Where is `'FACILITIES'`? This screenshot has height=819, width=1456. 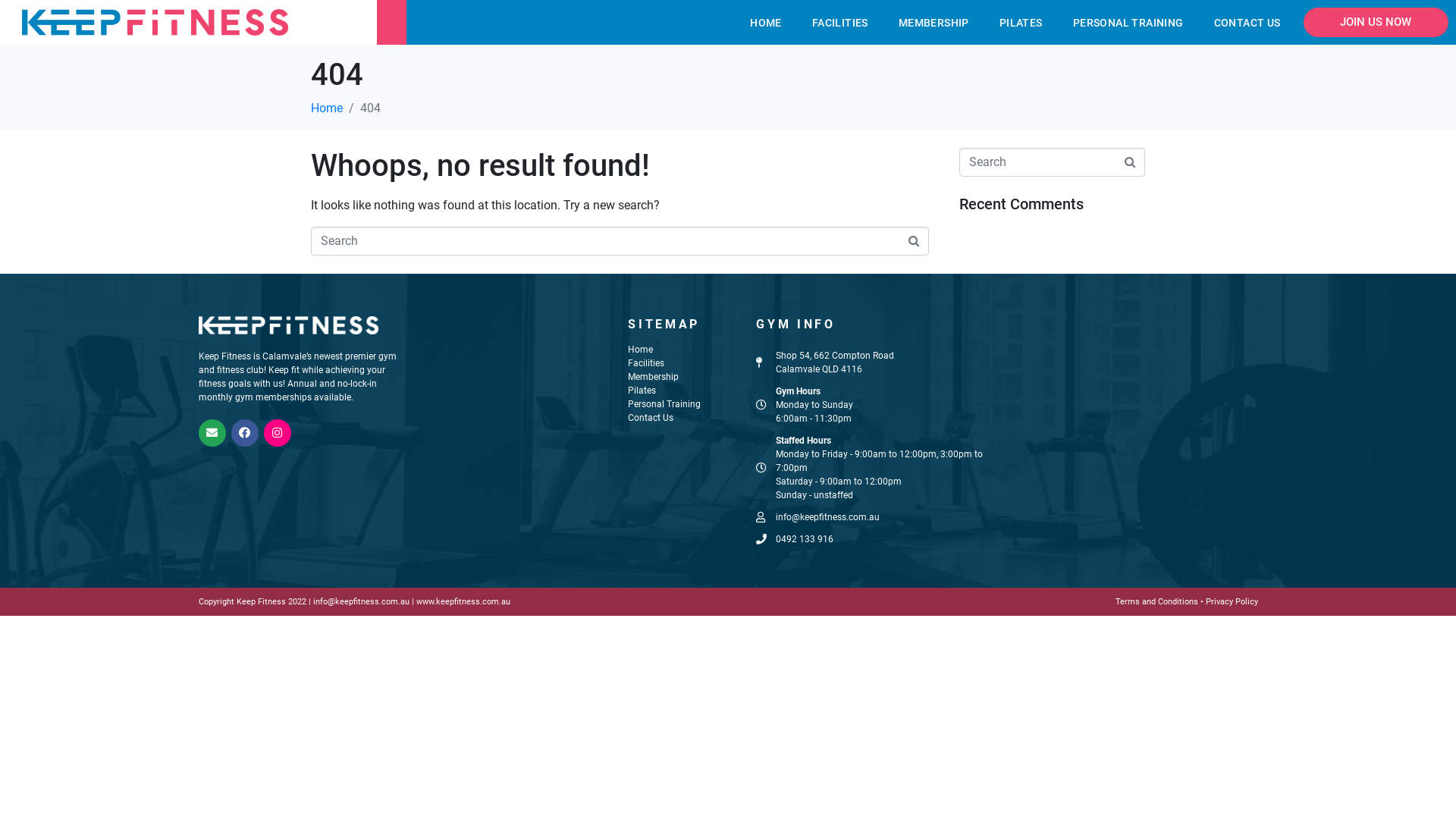 'FACILITIES' is located at coordinates (839, 23).